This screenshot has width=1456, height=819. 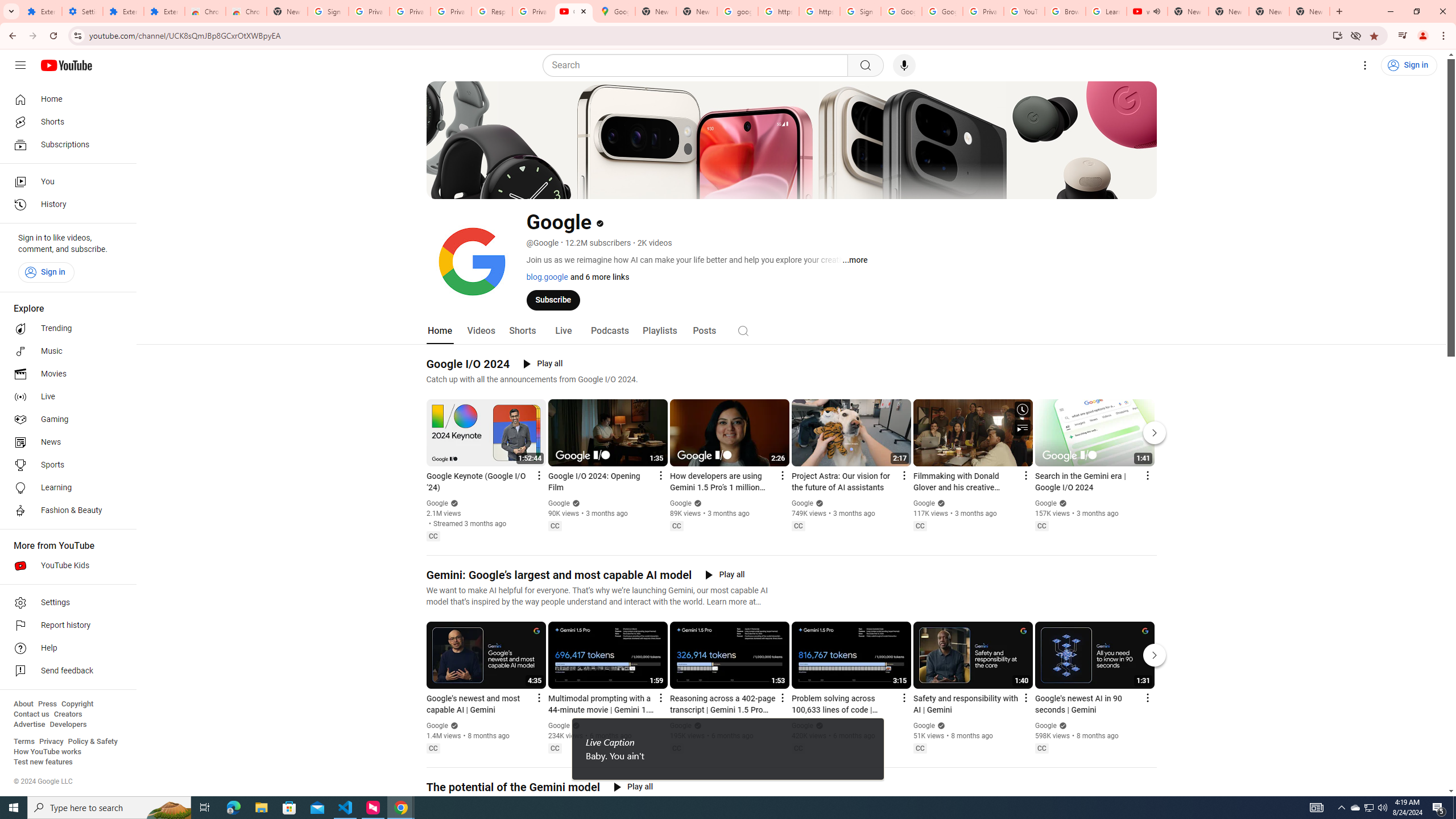 I want to click on 'About', so click(x=23, y=704).